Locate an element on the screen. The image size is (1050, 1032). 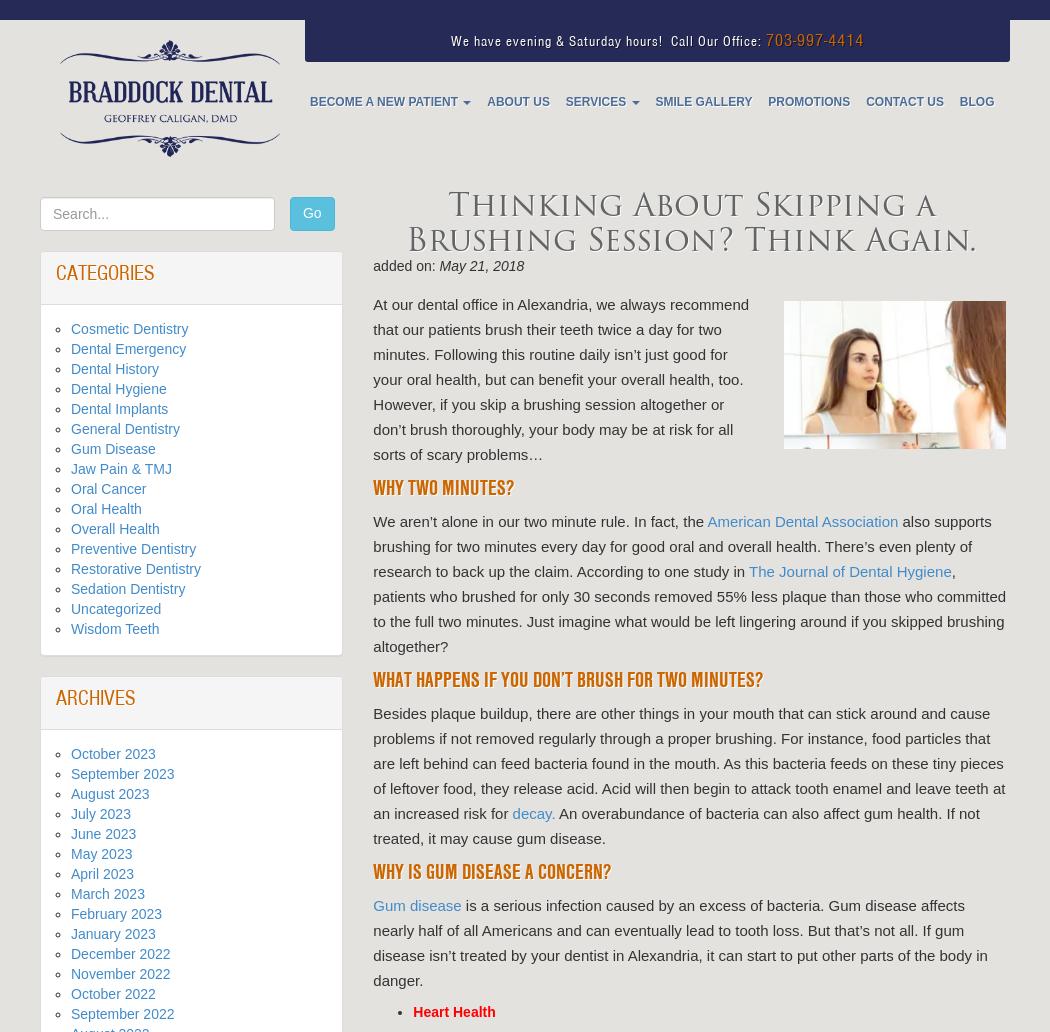
'Become a New Patient' is located at coordinates (385, 101).